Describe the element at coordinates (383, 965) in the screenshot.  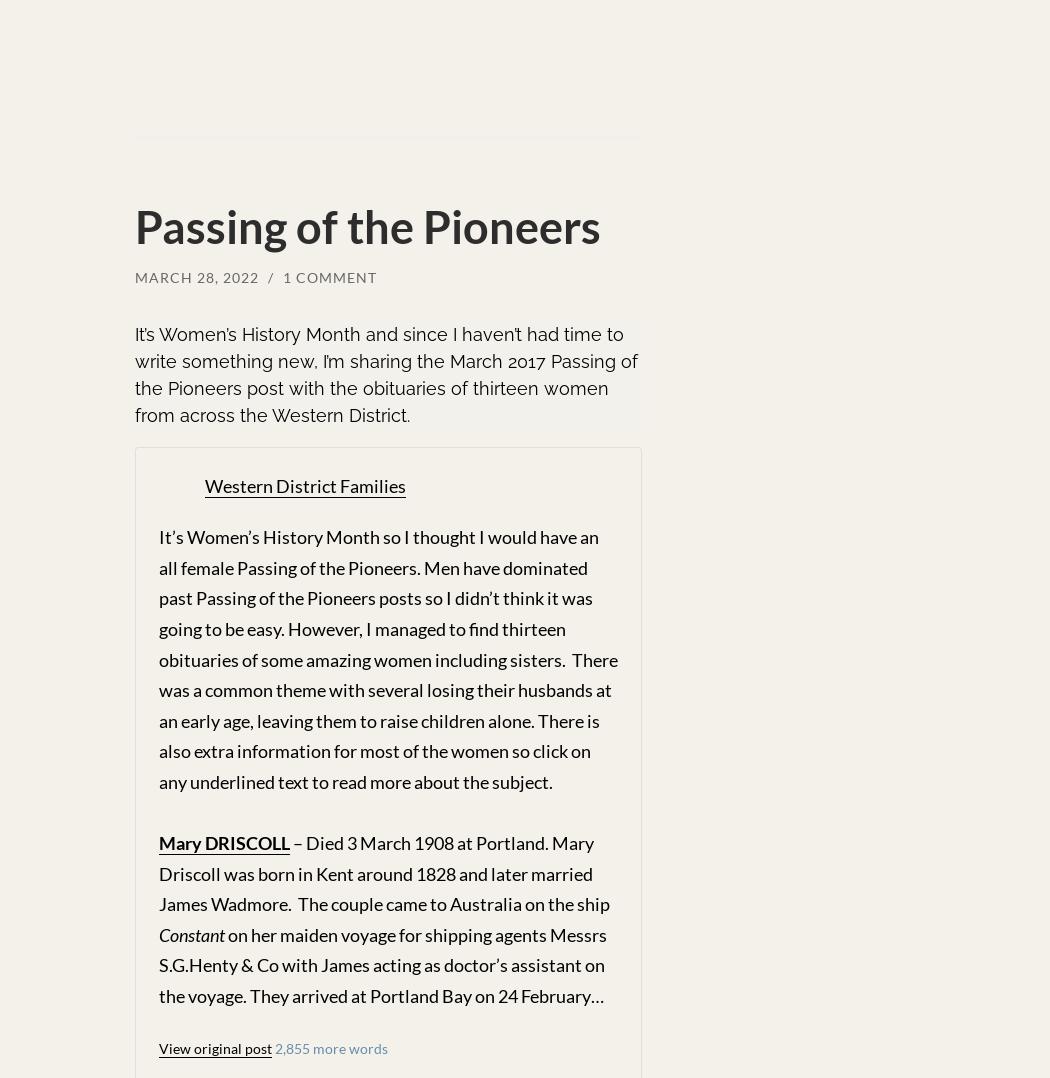
I see `'on her maiden voyage for shipping agents Messrs S.G.Henty & Co with James acting as doctor’s assistant on the voyage. They arrived at Portland Bay on 24 February…'` at that location.